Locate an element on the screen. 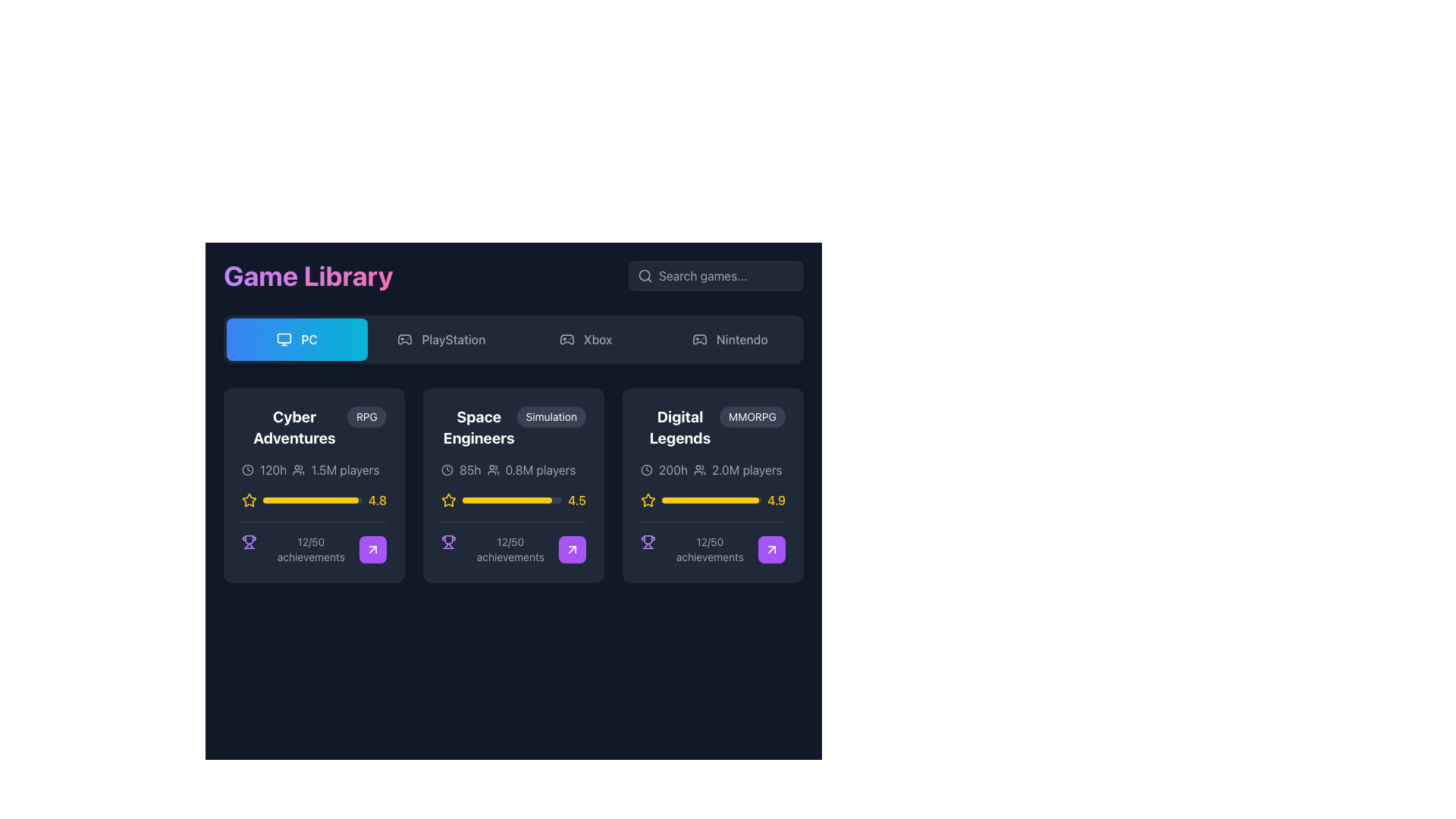 The width and height of the screenshot is (1456, 819). the pill-shaped label displaying 'MMORPG' on a dark-gray background, located in the 'Digital Legends' card, positioned to the top-right of the card content is located at coordinates (752, 417).